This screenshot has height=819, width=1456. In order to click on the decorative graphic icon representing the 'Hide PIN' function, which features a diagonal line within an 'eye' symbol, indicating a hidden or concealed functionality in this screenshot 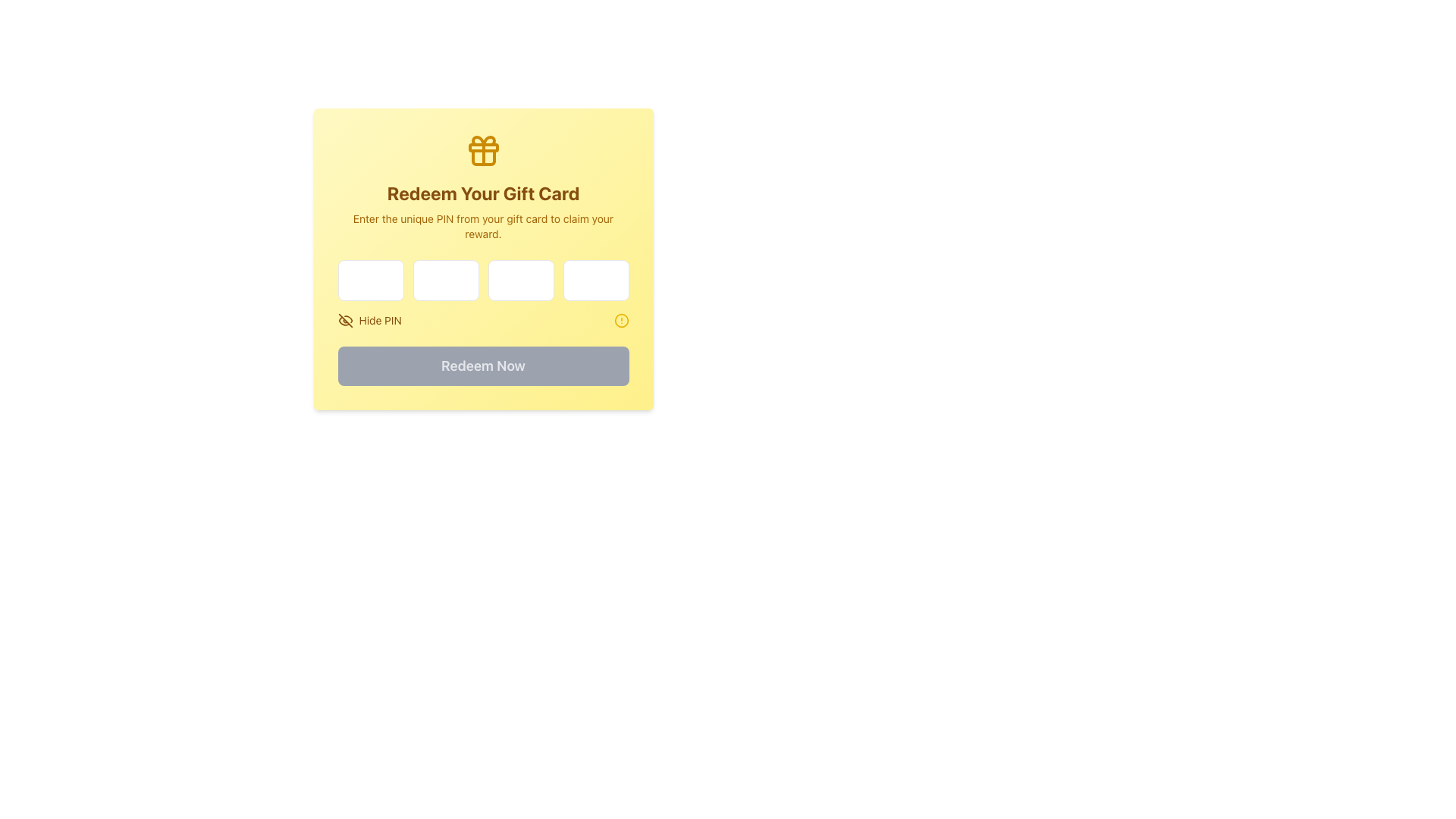, I will do `click(344, 320)`.